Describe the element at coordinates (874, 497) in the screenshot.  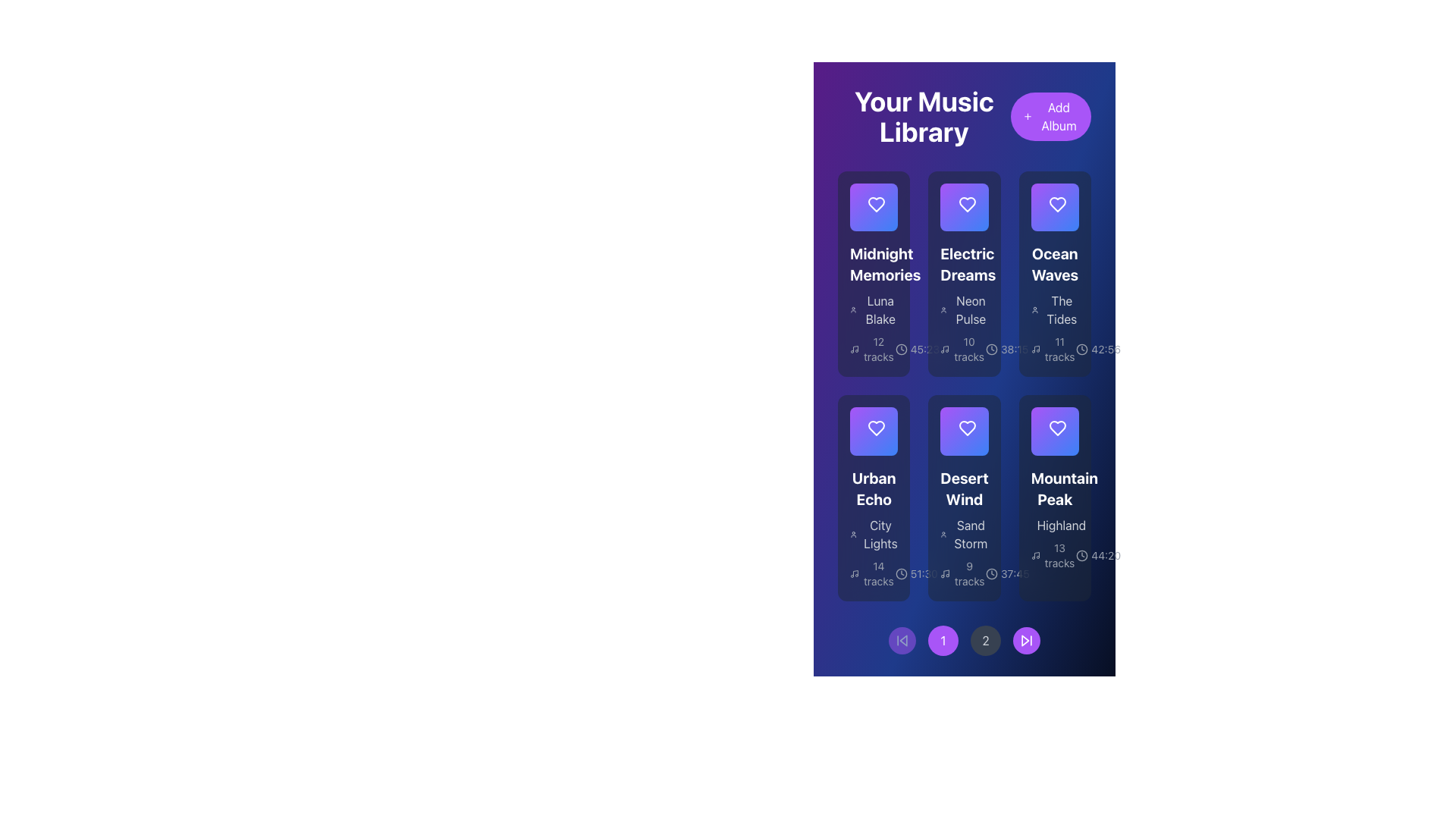
I see `the interactive card titled 'Urban Echo' with a subtitle 'City Lights' located in the bottom left corner of the upper row` at that location.